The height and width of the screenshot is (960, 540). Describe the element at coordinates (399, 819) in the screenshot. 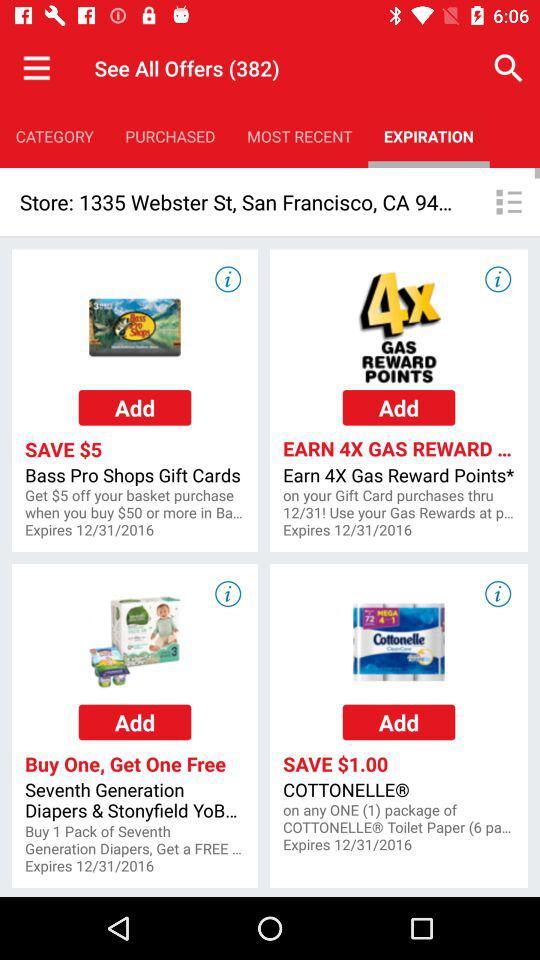

I see `the item next to seventh generation diapers app` at that location.